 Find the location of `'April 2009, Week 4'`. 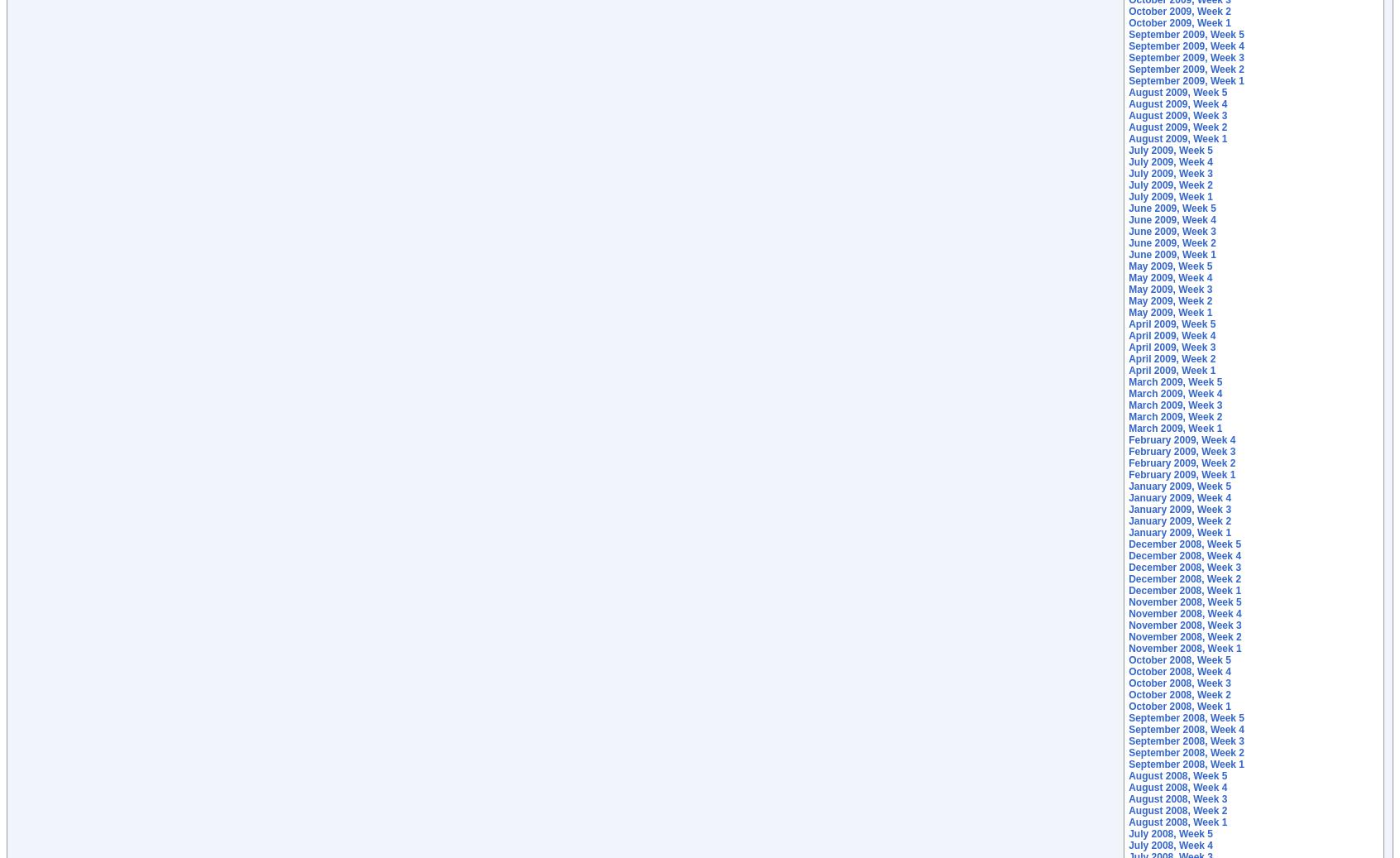

'April 2009, Week 4' is located at coordinates (1128, 334).